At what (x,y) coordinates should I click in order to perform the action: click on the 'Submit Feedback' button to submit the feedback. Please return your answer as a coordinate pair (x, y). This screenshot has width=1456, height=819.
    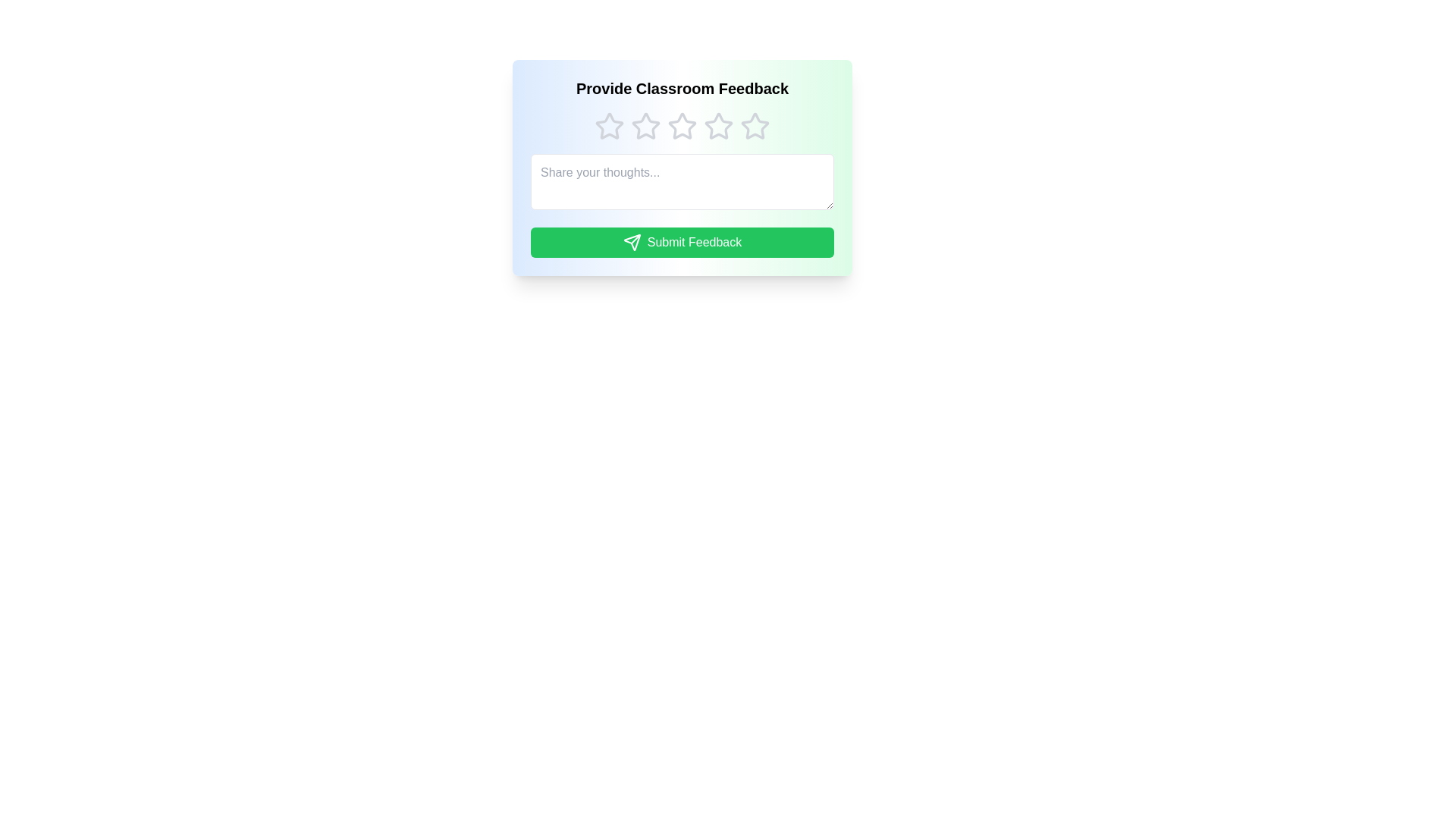
    Looking at the image, I should click on (682, 242).